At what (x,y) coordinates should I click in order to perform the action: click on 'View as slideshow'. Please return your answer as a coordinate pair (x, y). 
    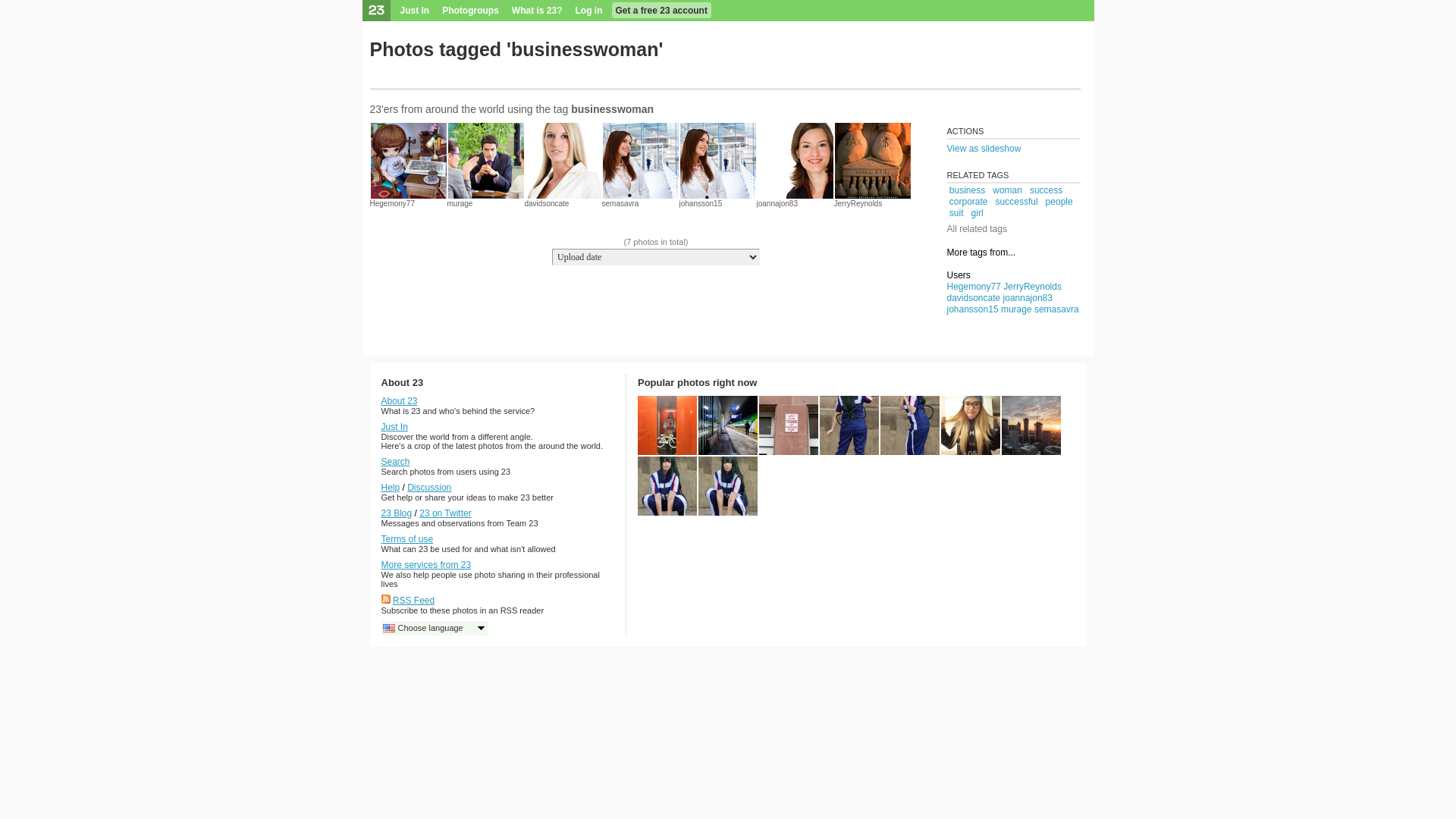
    Looking at the image, I should click on (946, 148).